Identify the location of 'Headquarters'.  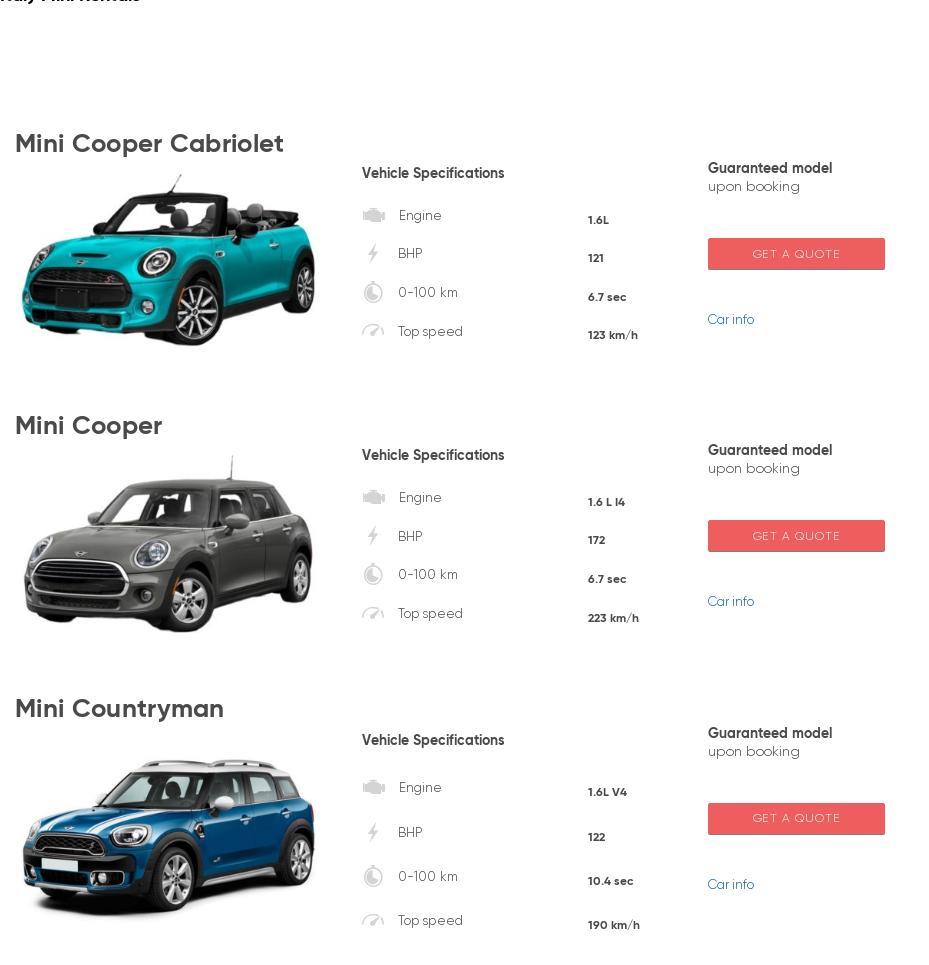
(685, 799).